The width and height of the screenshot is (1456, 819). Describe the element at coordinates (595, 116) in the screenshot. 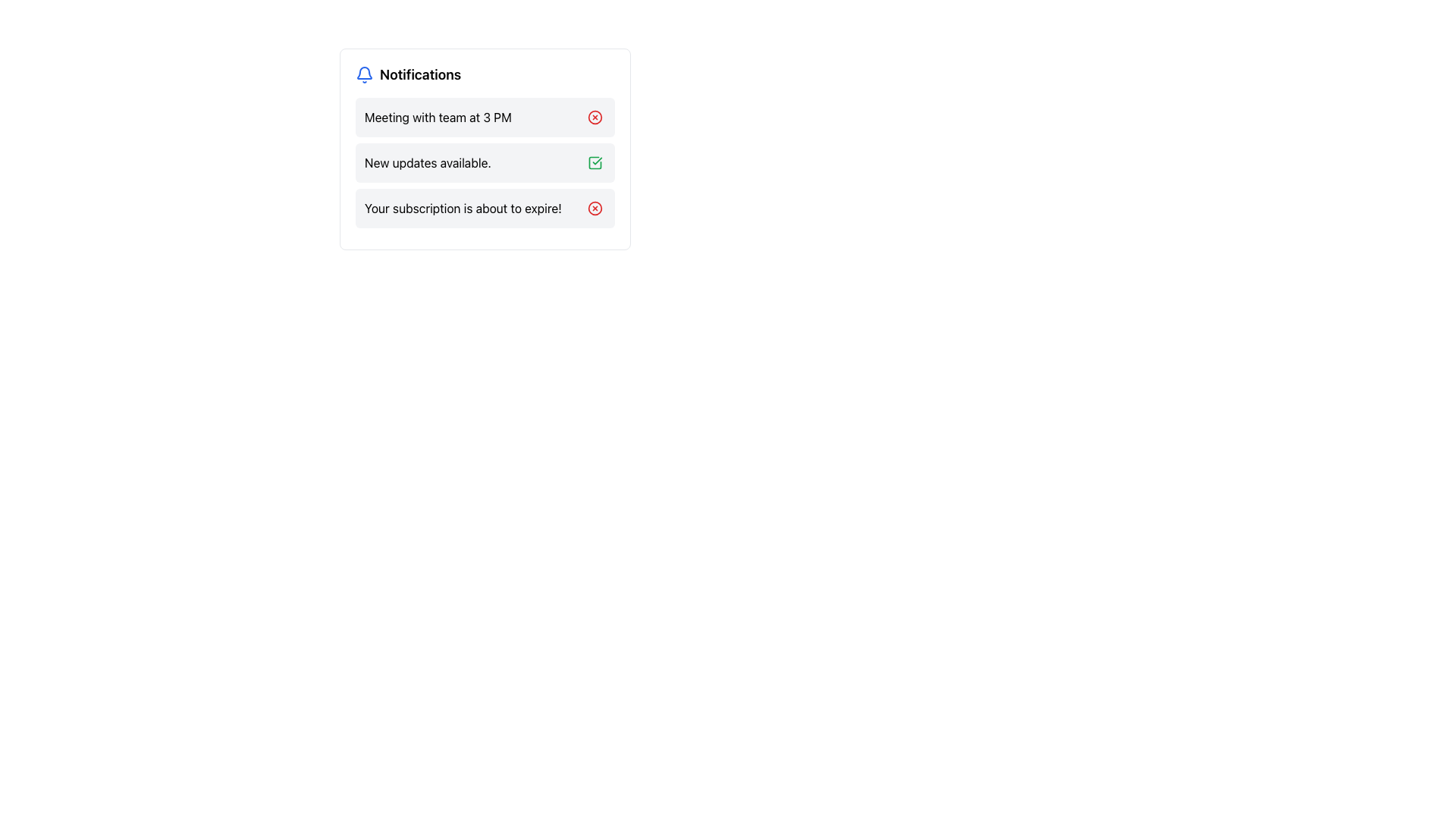

I see `the circular close button with a red border and white background, located at the top-right of the 'Meeting with team at 3 PM' text` at that location.